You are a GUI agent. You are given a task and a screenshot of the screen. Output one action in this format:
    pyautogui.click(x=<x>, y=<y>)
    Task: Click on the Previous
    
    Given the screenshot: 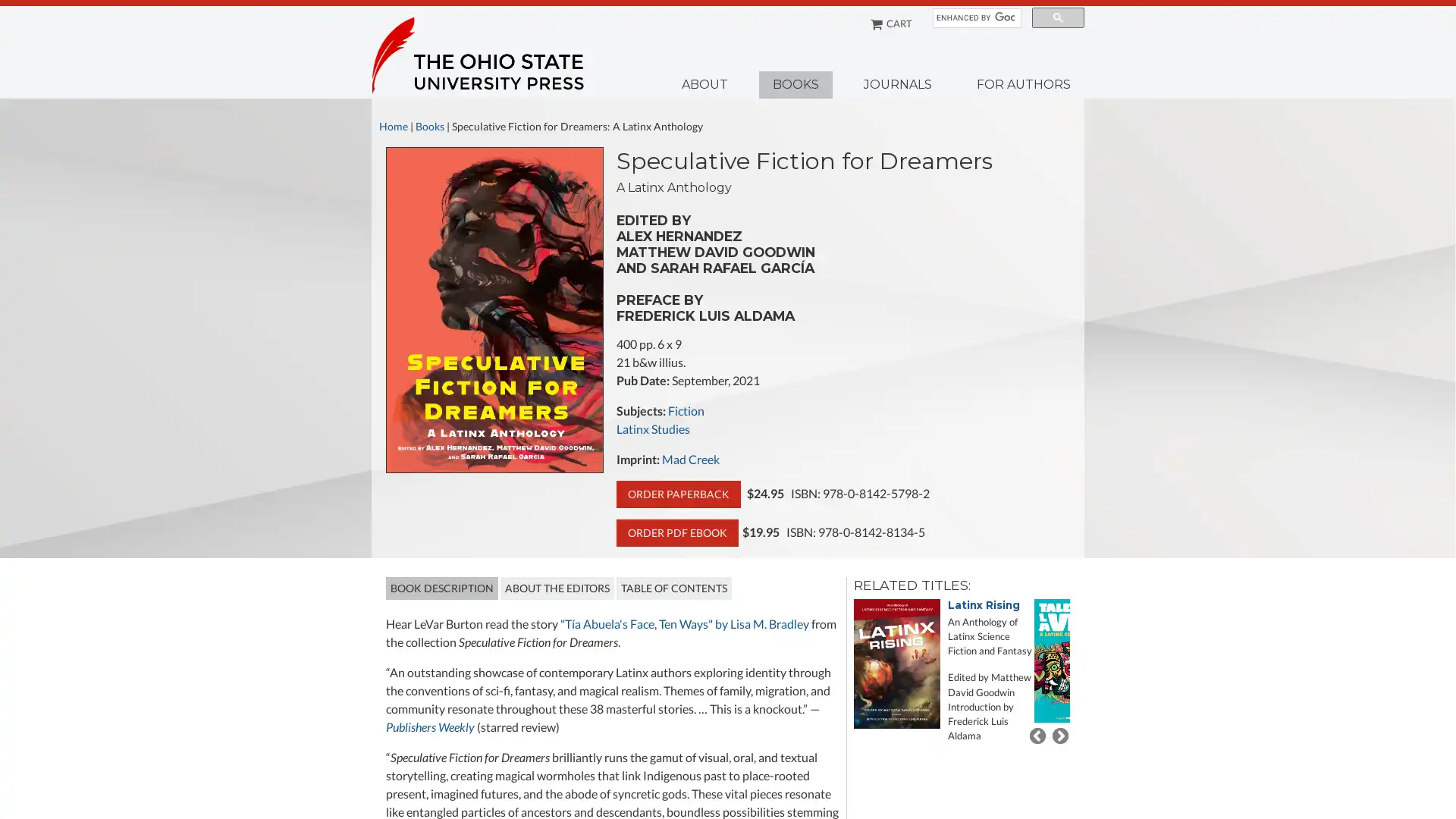 What is the action you would take?
    pyautogui.click(x=1036, y=734)
    